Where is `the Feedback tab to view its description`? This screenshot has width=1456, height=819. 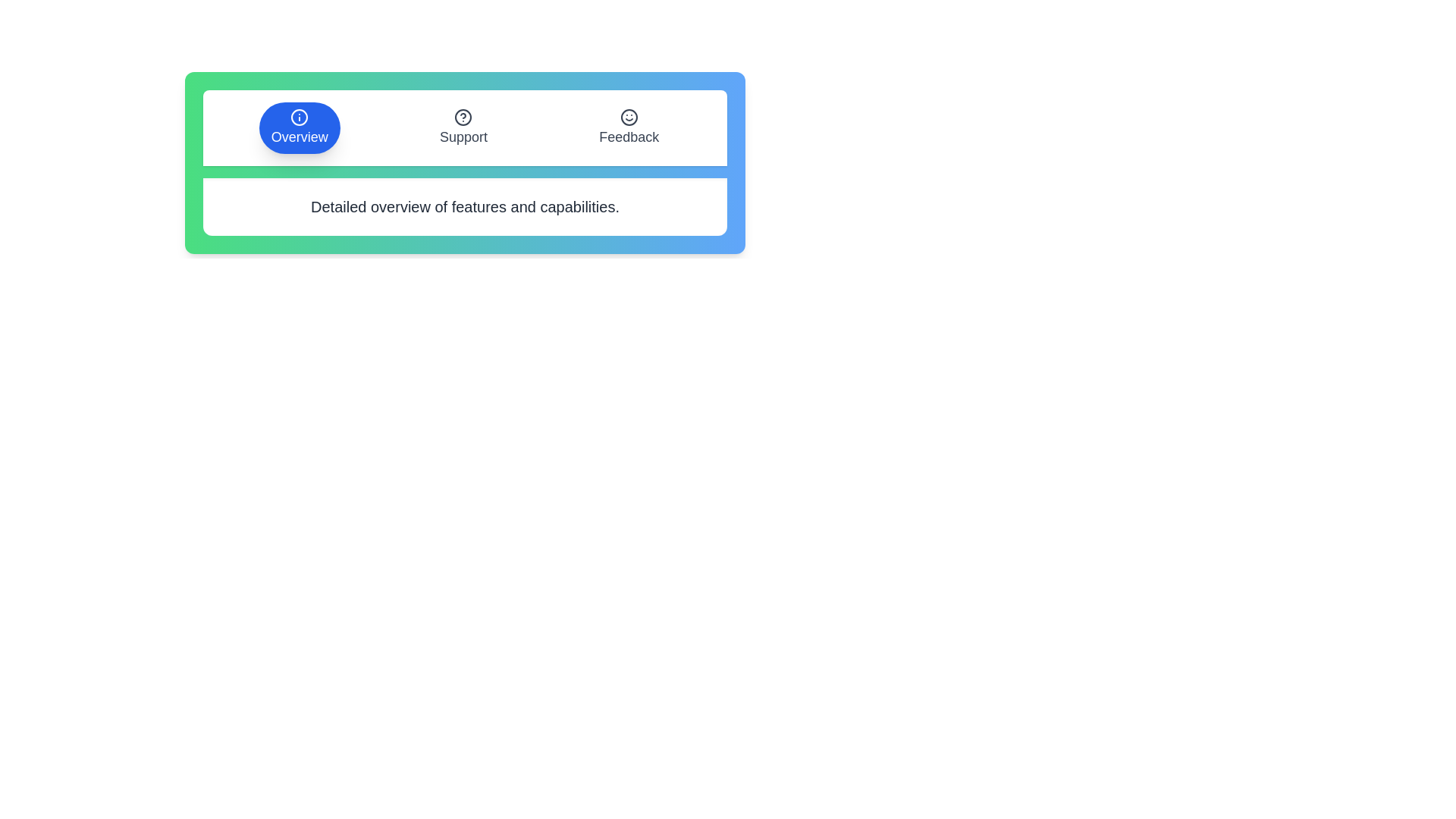
the Feedback tab to view its description is located at coordinates (629, 127).